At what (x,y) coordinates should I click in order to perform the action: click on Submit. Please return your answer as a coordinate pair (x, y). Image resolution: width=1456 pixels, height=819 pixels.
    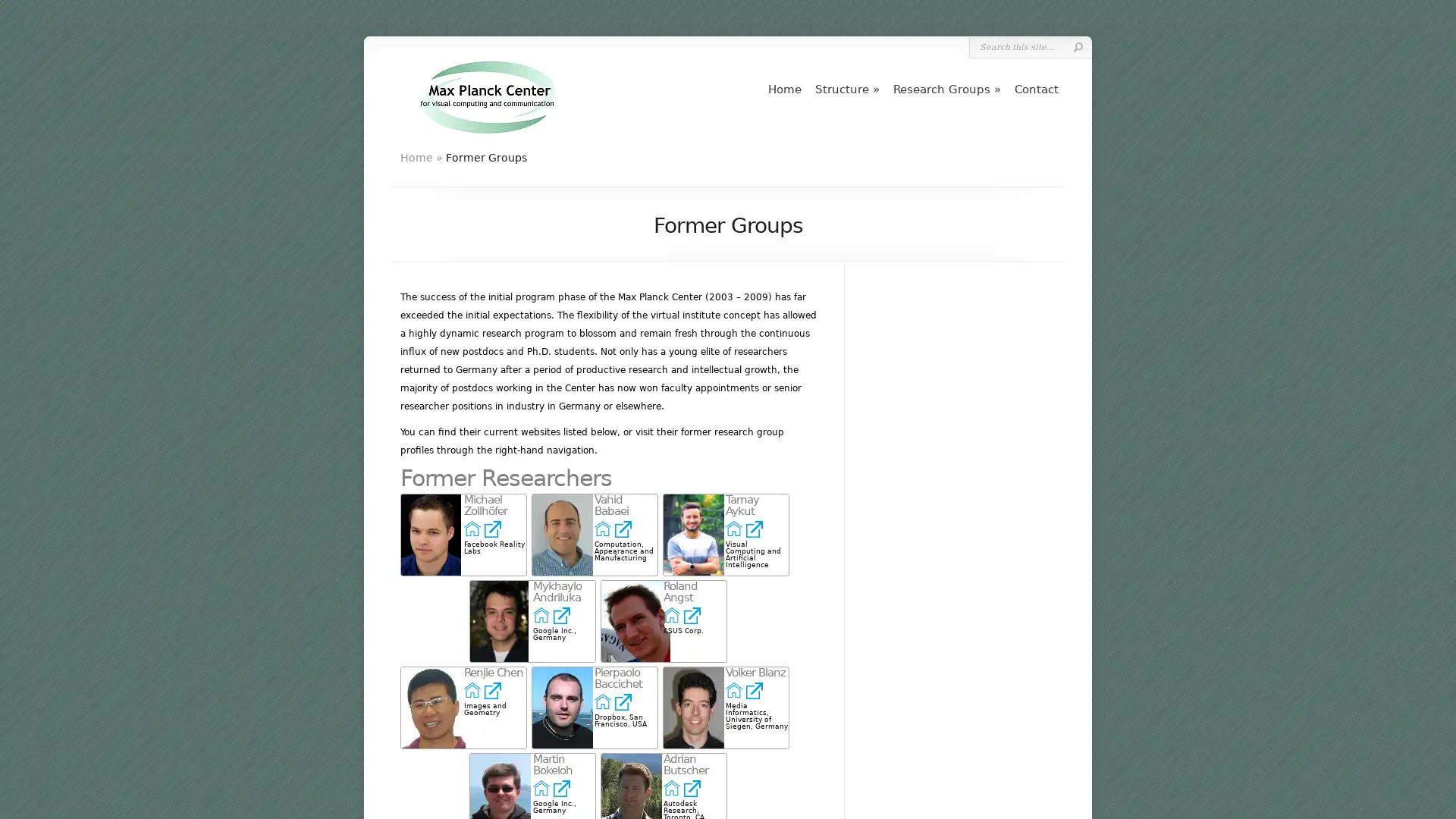
    Looking at the image, I should click on (1077, 46).